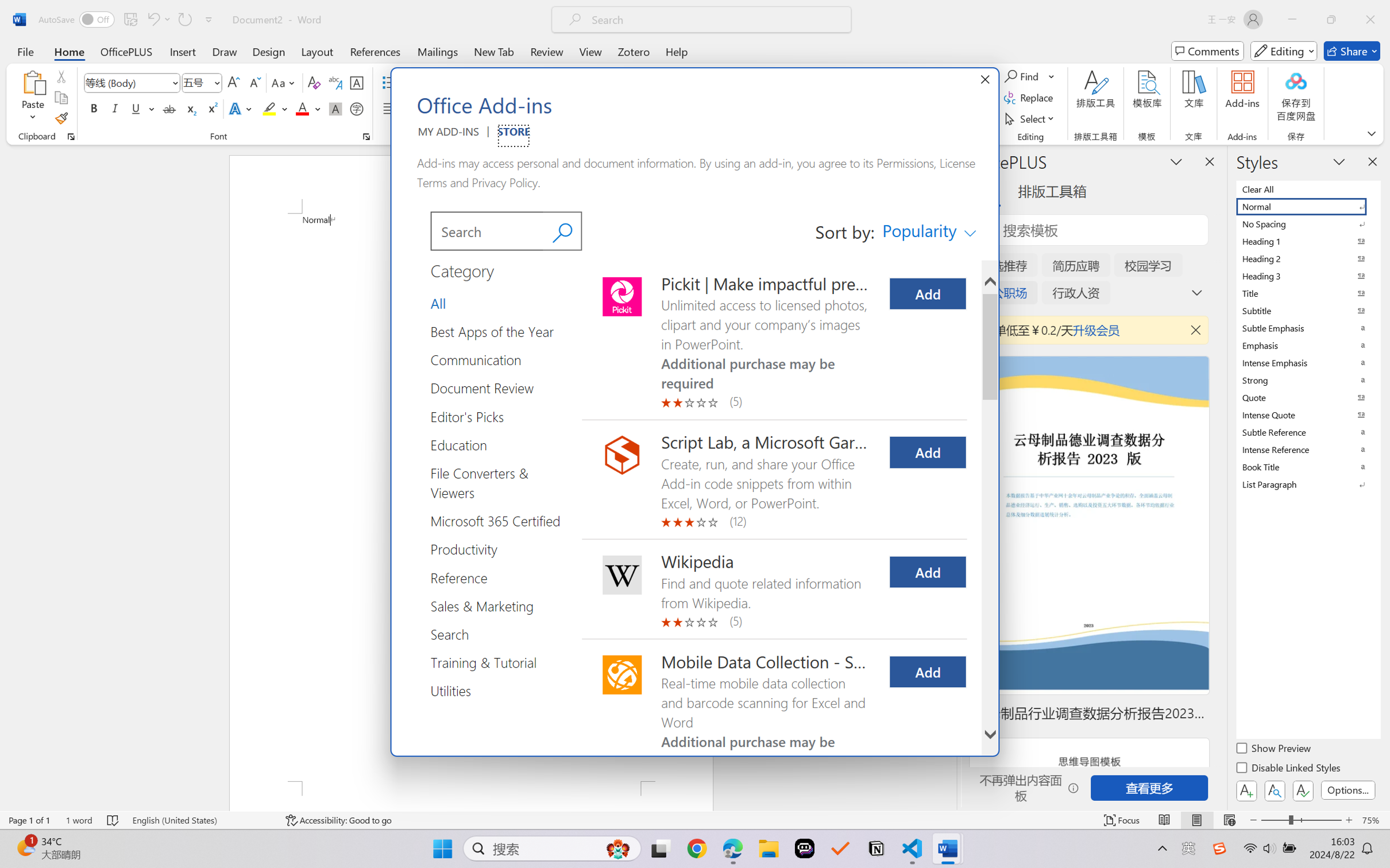  What do you see at coordinates (114, 108) in the screenshot?
I see `'Italic'` at bounding box center [114, 108].